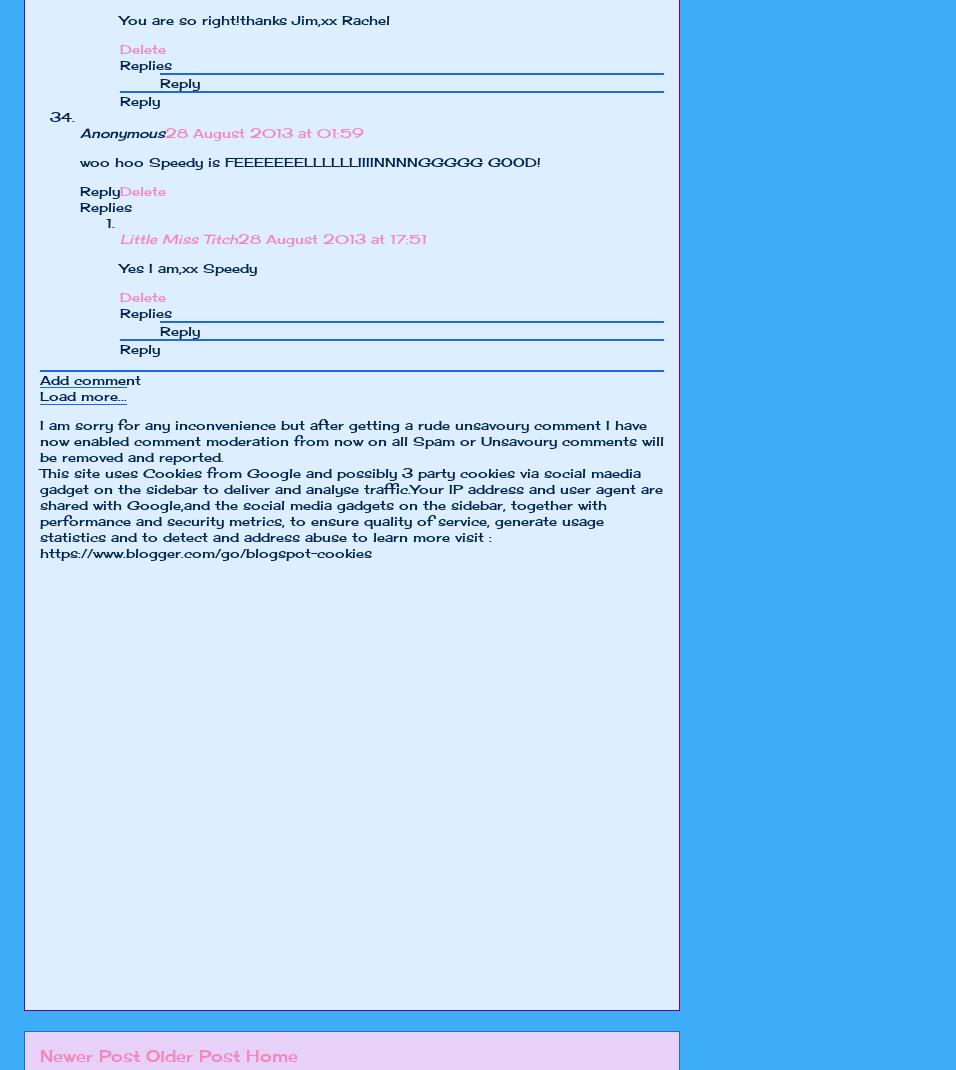  I want to click on 'Little Miss Titch', so click(118, 238).